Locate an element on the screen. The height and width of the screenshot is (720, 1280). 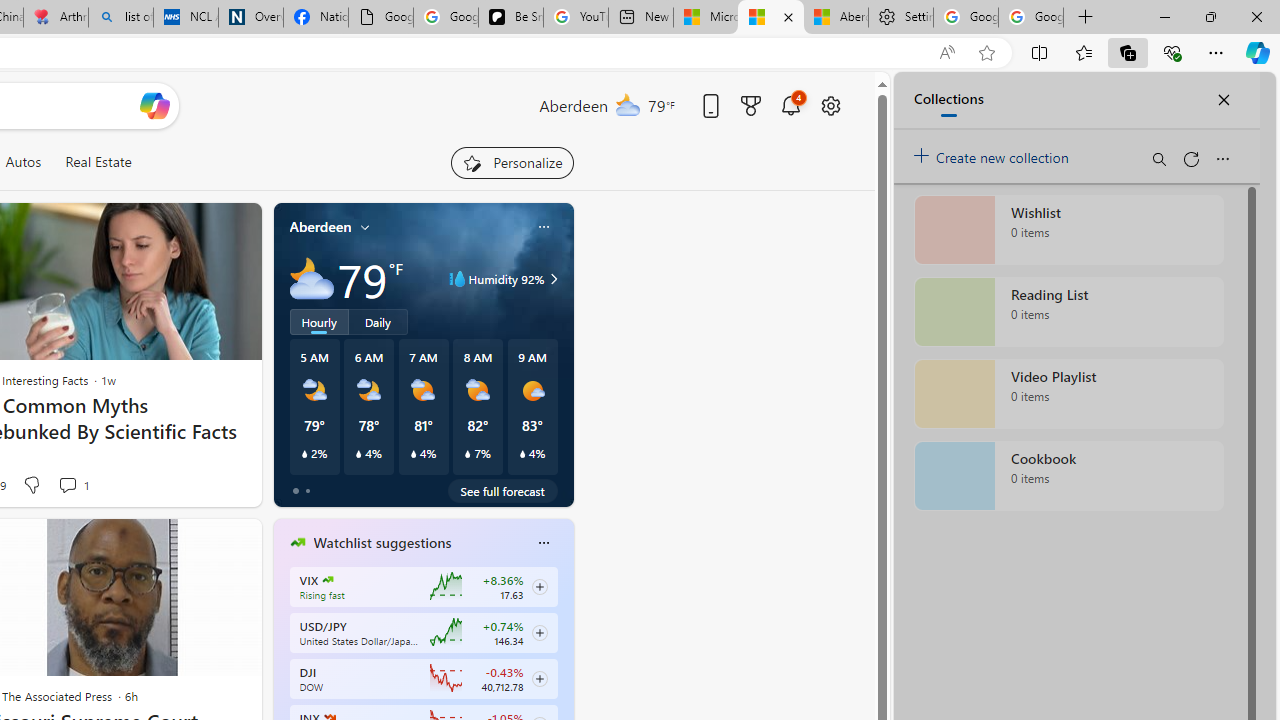
'Personalize your feed"' is located at coordinates (512, 162).